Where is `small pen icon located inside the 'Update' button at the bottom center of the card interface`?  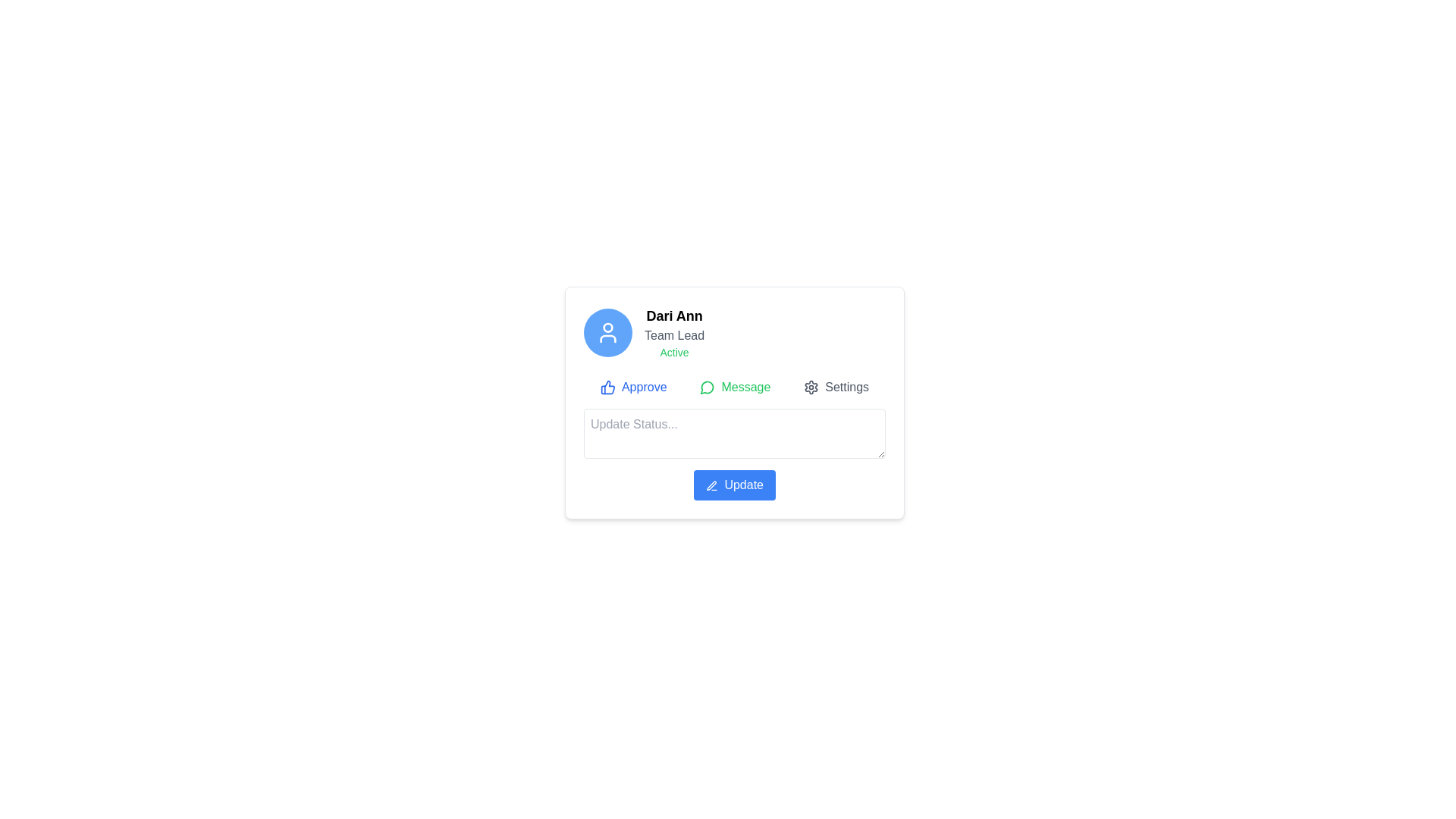 small pen icon located inside the 'Update' button at the bottom center of the card interface is located at coordinates (711, 485).